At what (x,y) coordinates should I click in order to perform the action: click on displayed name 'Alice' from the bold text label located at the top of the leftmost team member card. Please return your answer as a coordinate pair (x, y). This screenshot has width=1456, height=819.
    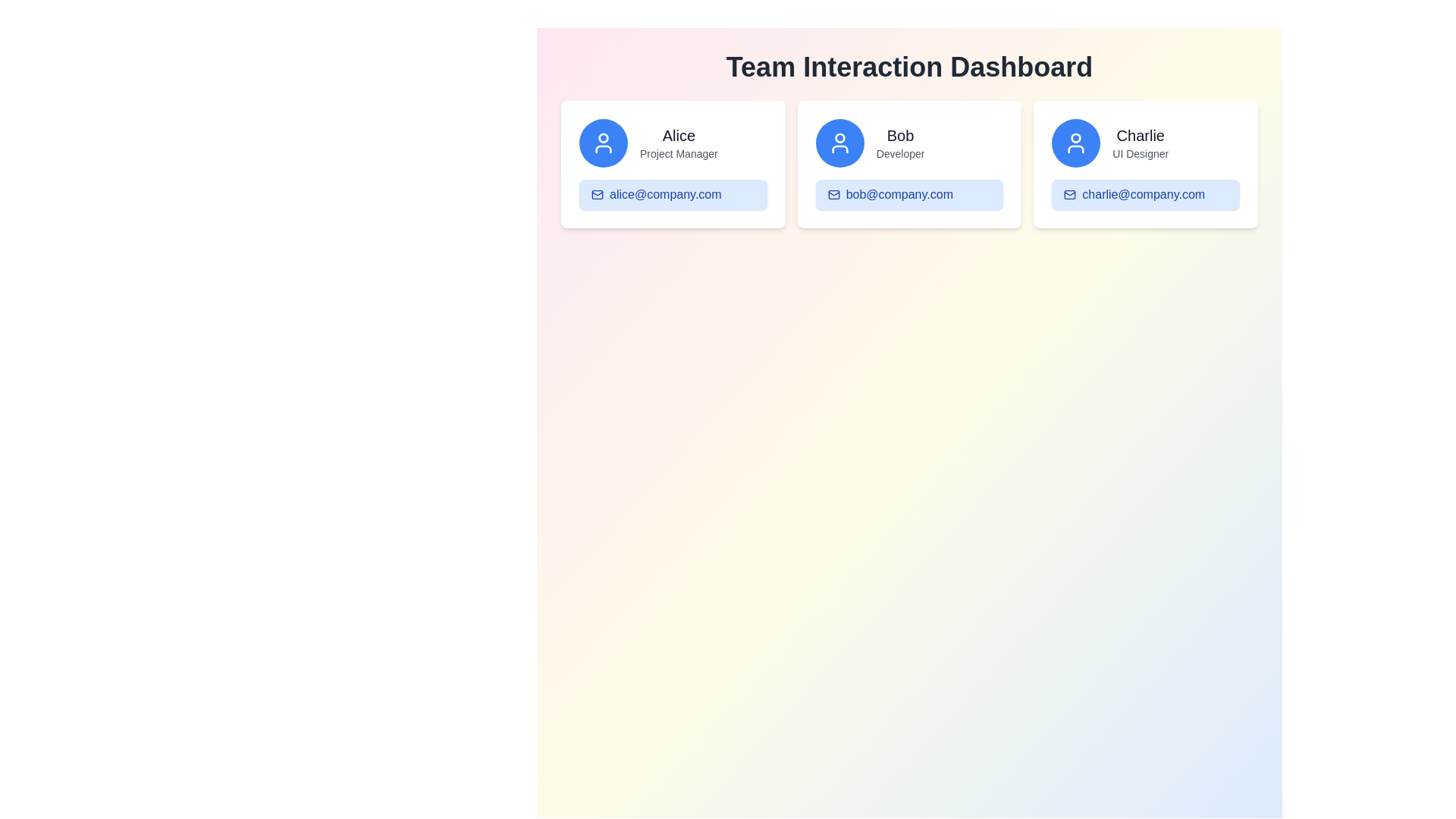
    Looking at the image, I should click on (678, 134).